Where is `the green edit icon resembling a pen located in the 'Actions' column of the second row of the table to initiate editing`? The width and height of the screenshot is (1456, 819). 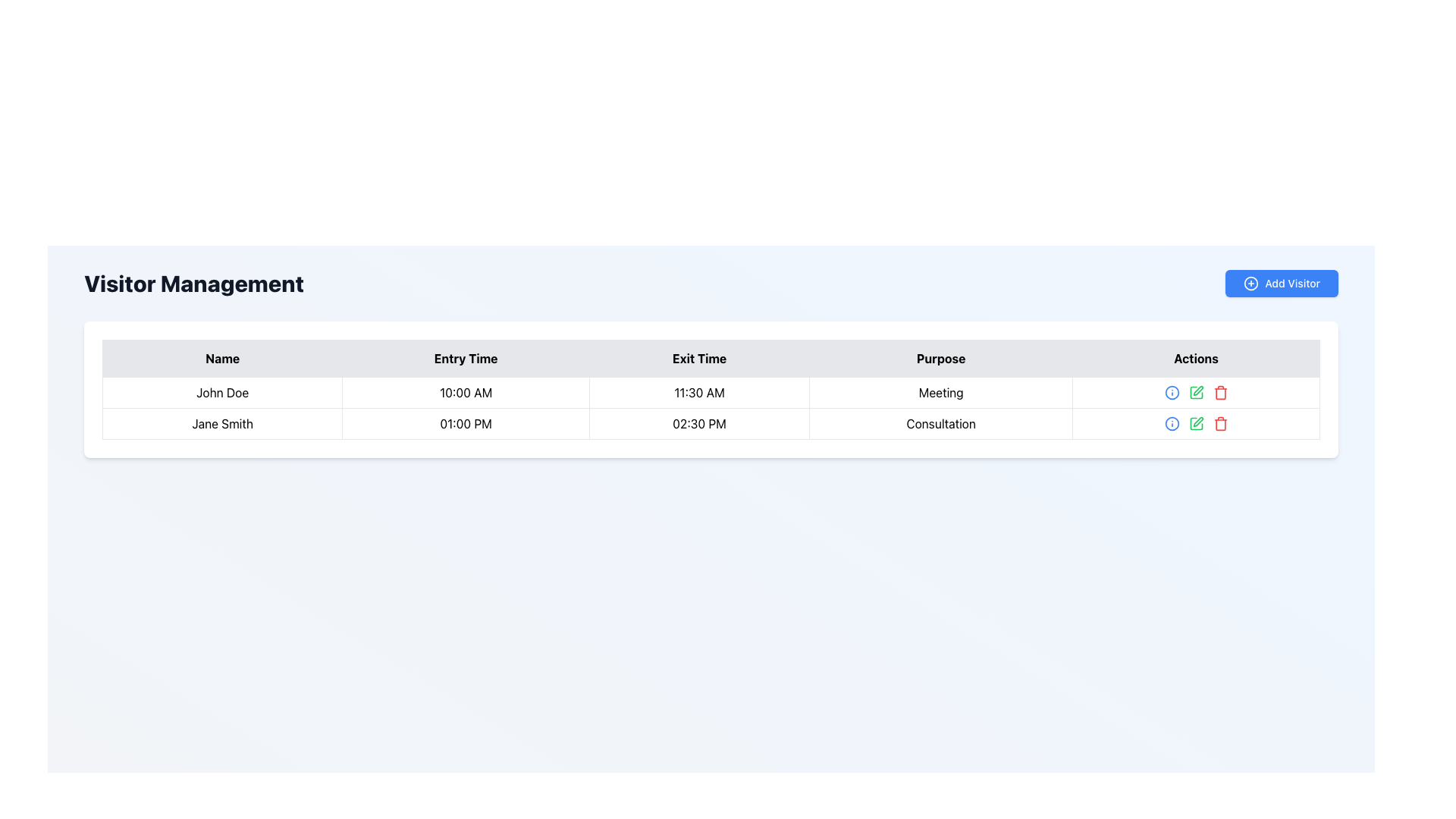 the green edit icon resembling a pen located in the 'Actions' column of the second row of the table to initiate editing is located at coordinates (1195, 424).